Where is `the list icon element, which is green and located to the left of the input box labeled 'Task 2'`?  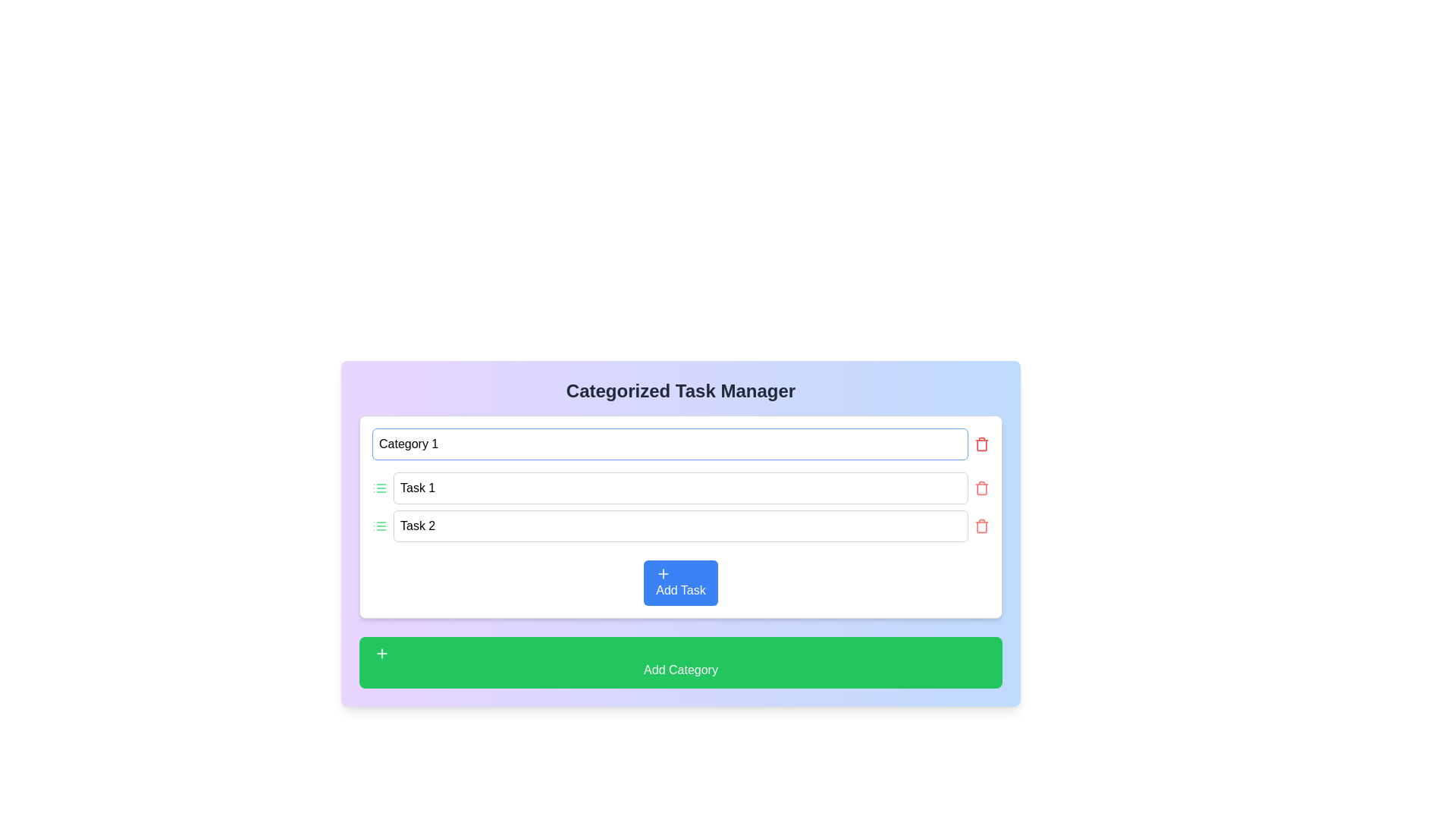
the list icon element, which is green and located to the left of the input box labeled 'Task 2' is located at coordinates (379, 526).